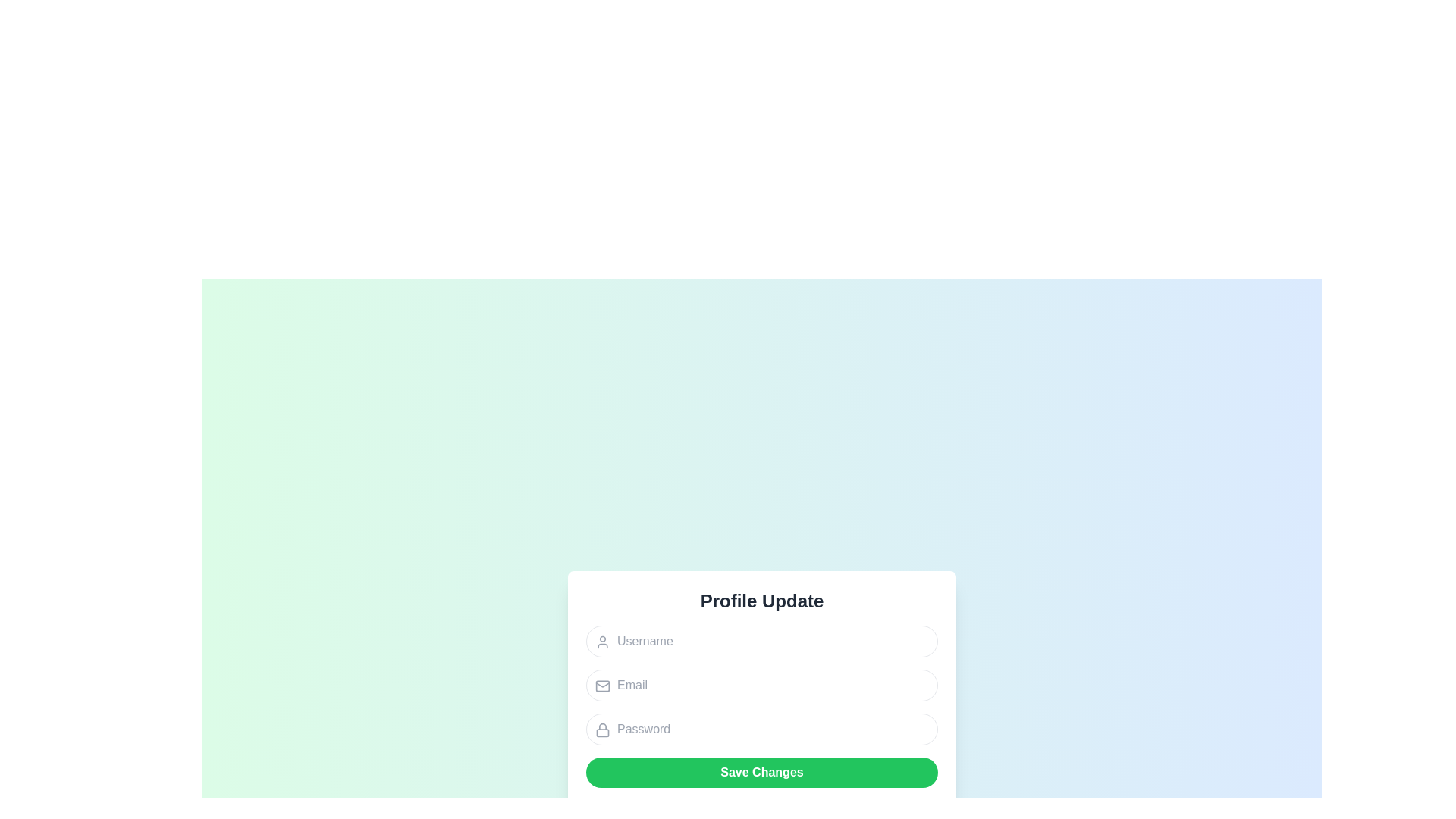 This screenshot has height=819, width=1456. Describe the element at coordinates (602, 732) in the screenshot. I see `the small rectangle with curved corners that forms the body of the lock icon, which is positioned next to the password field under the 'Profile Update' heading` at that location.